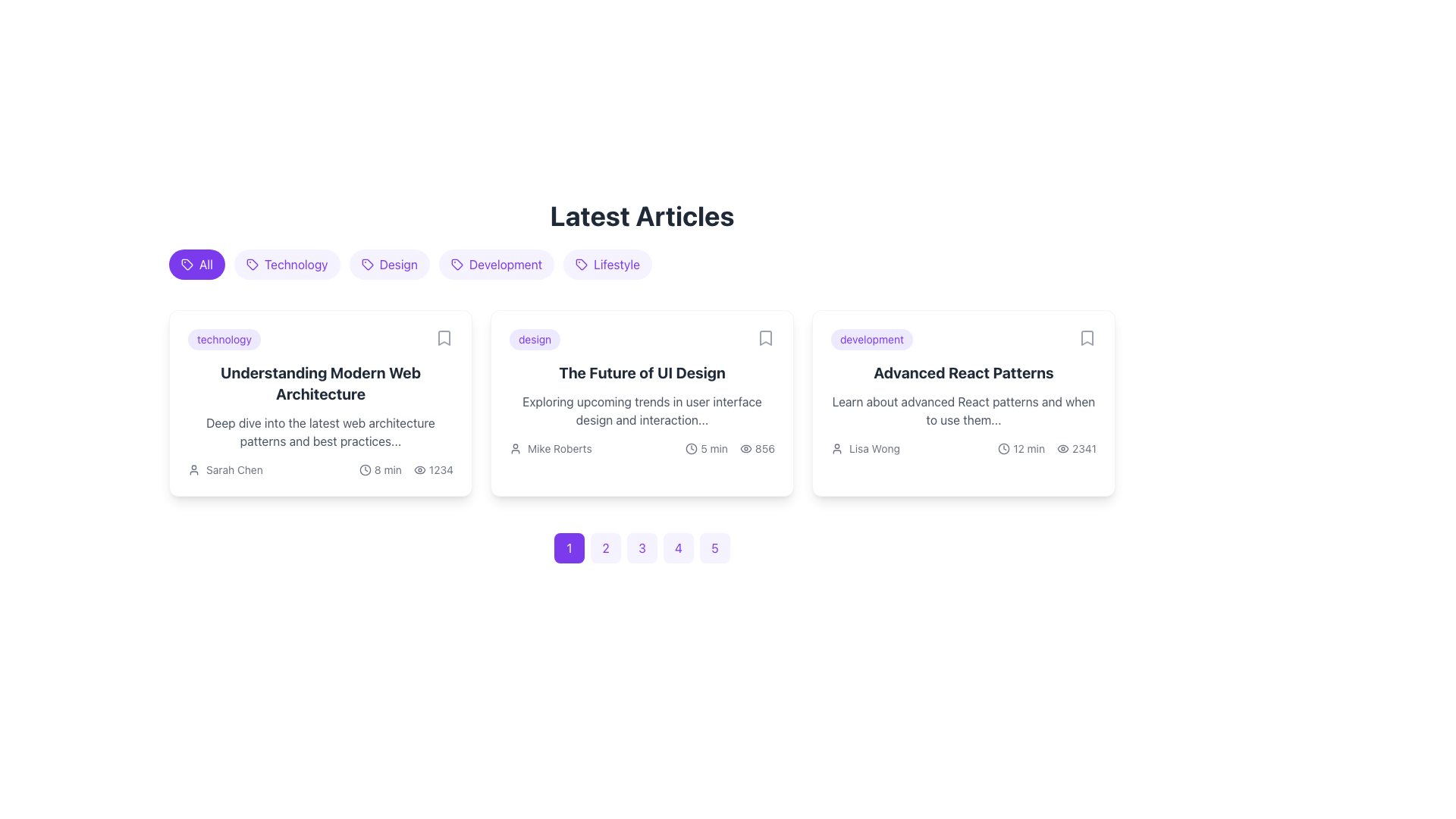 The height and width of the screenshot is (819, 1456). What do you see at coordinates (765, 337) in the screenshot?
I see `the bookmark indicator SVG graphic icon located at the top-right corner of the card labeled 'The Future of UI Design.'` at bounding box center [765, 337].